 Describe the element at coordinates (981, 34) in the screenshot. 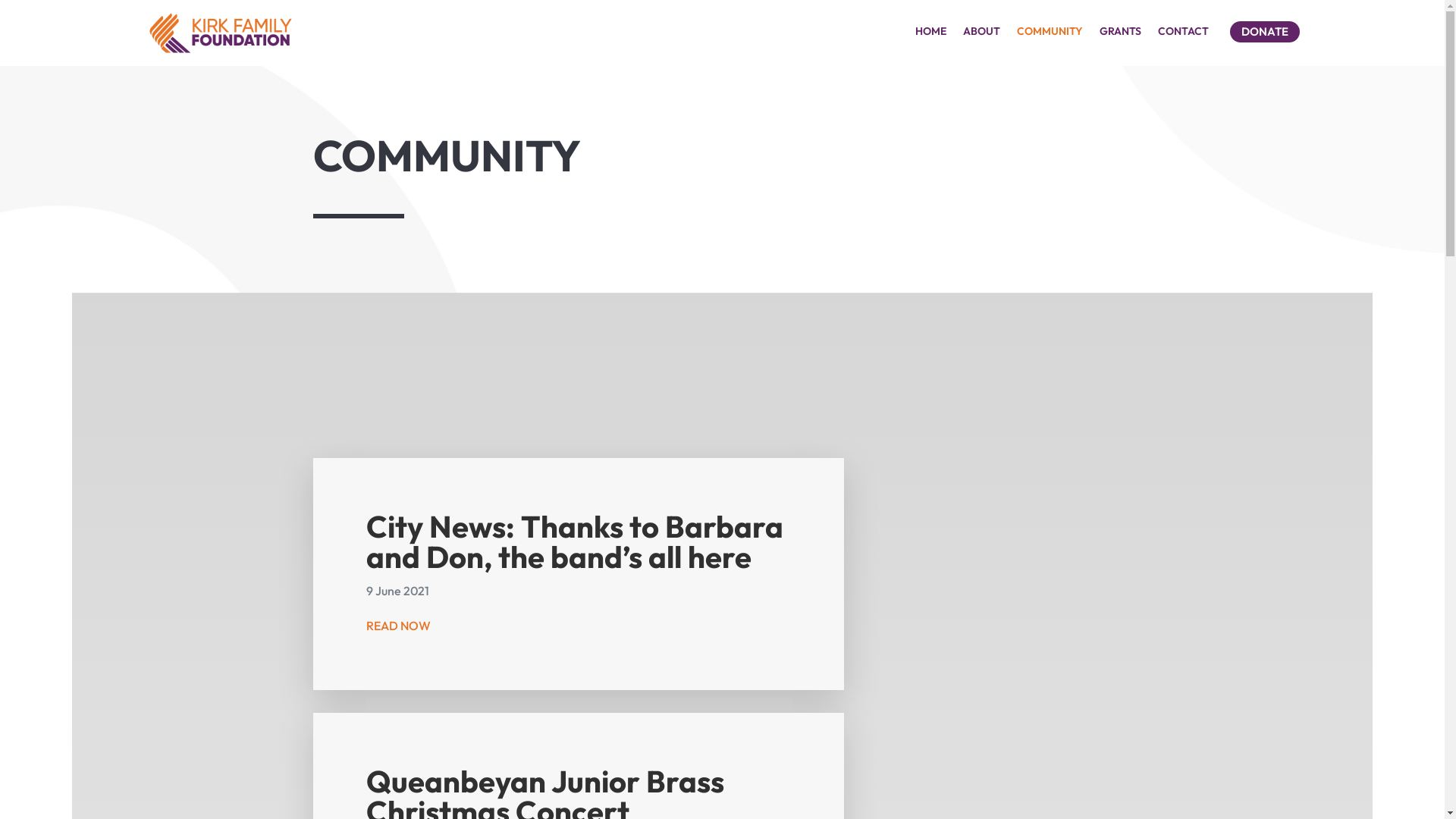

I see `'ABOUT'` at that location.